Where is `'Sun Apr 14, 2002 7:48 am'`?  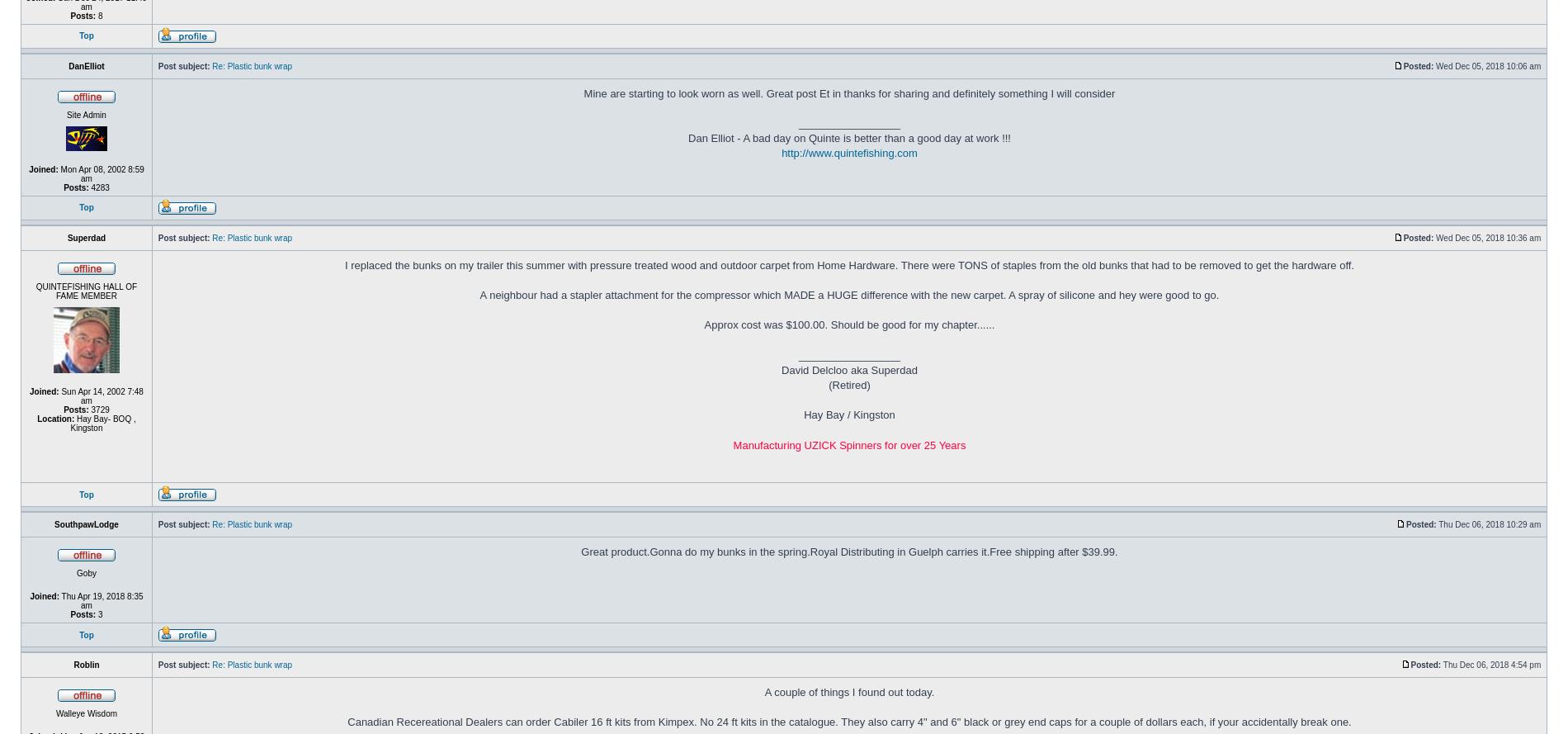 'Sun Apr 14, 2002 7:48 am' is located at coordinates (100, 394).